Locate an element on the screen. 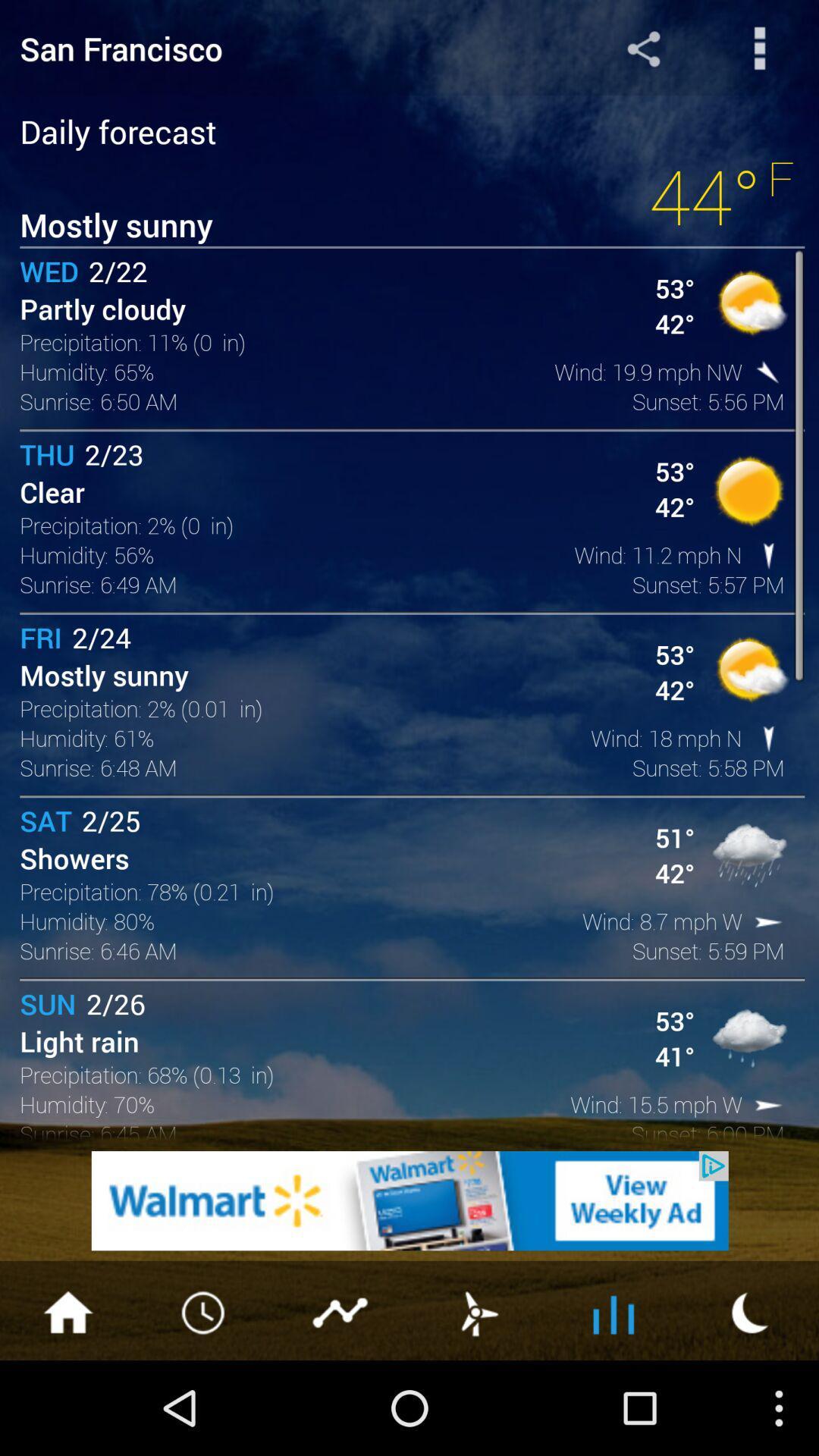 The height and width of the screenshot is (1456, 819). the home icon is located at coordinates (67, 1402).